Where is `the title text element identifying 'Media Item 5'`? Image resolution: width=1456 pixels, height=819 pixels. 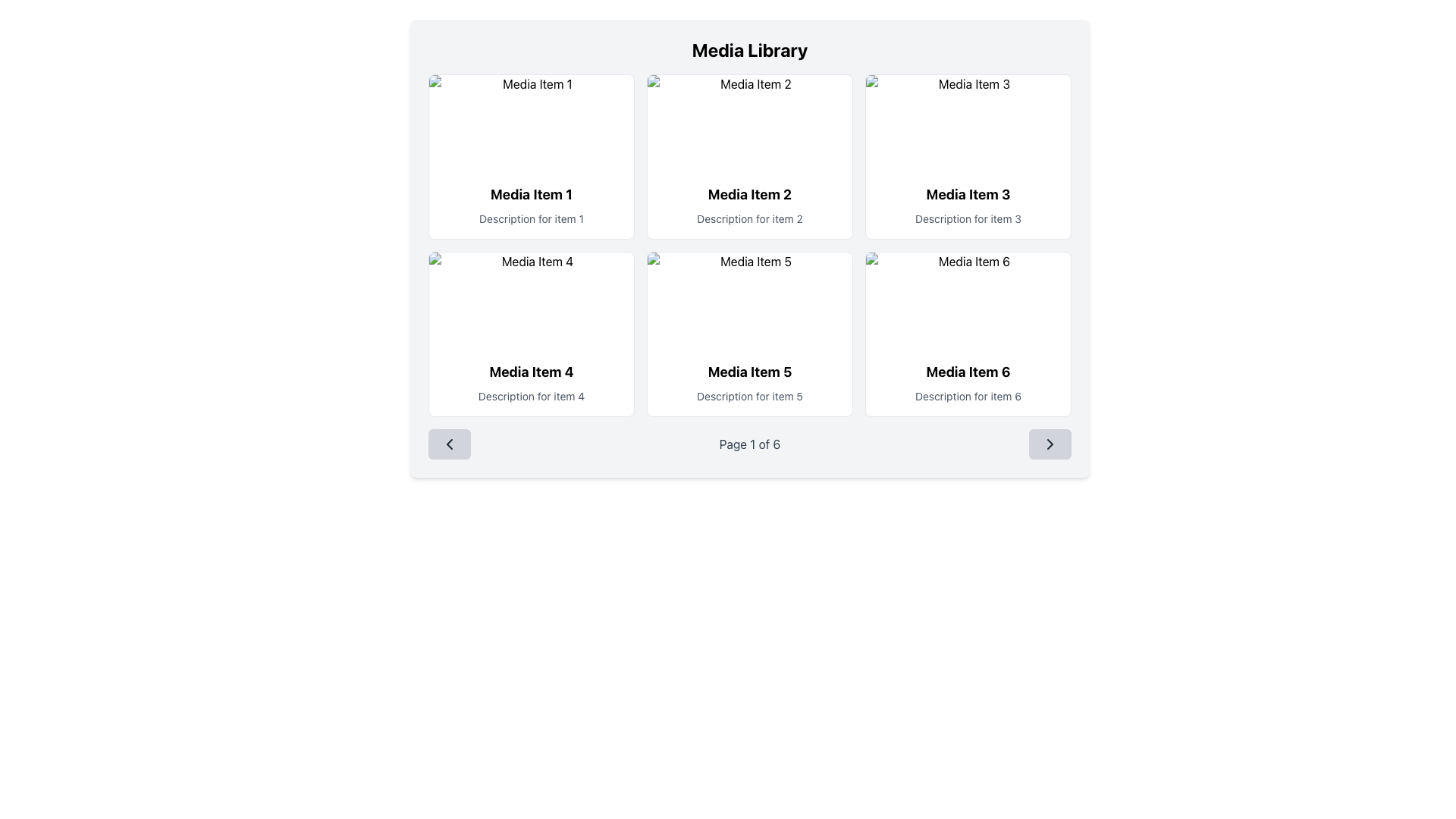 the title text element identifying 'Media Item 5' is located at coordinates (749, 372).